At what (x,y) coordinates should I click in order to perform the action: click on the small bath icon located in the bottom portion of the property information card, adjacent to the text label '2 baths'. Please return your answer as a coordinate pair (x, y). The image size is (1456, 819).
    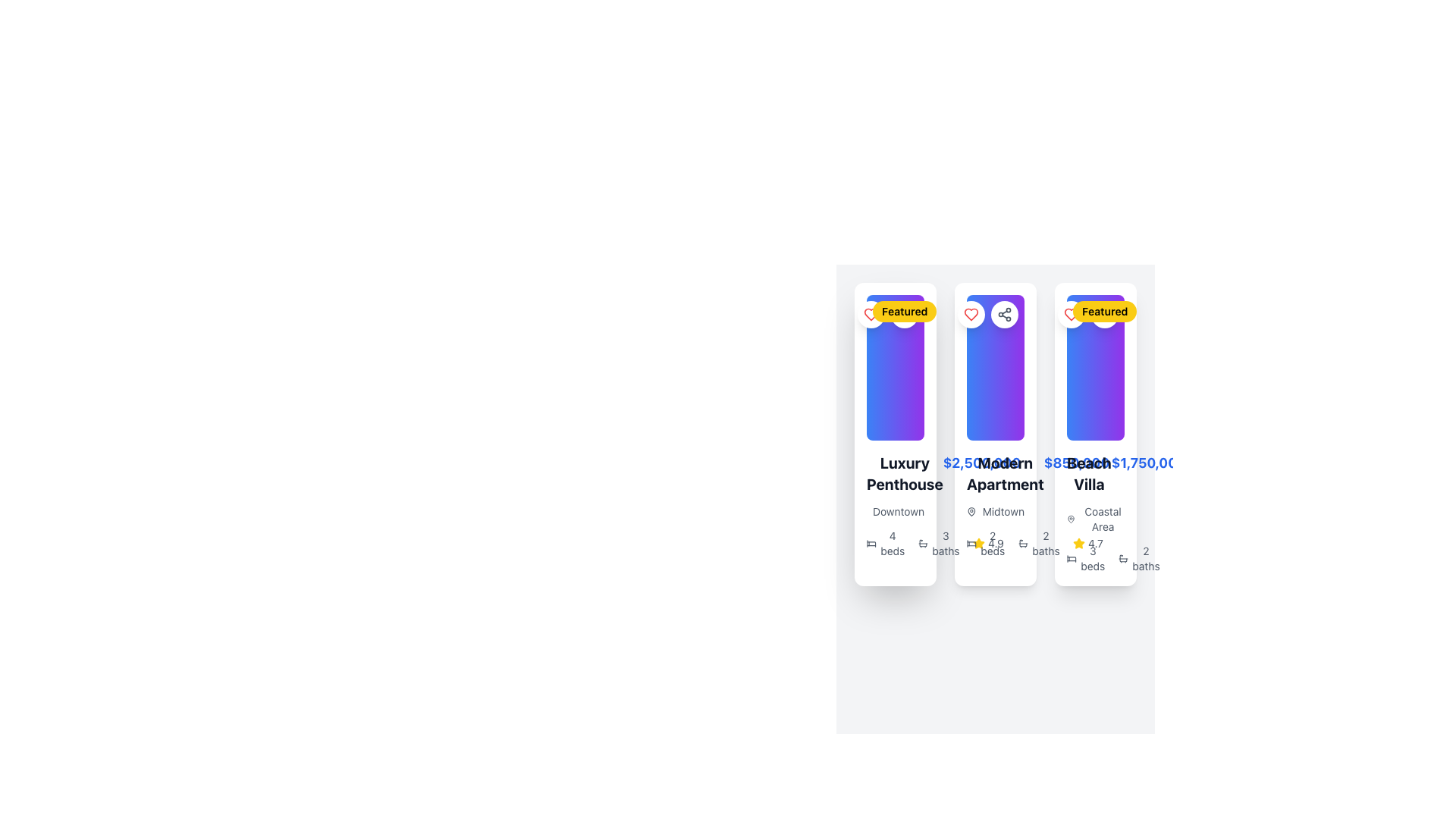
    Looking at the image, I should click on (1123, 558).